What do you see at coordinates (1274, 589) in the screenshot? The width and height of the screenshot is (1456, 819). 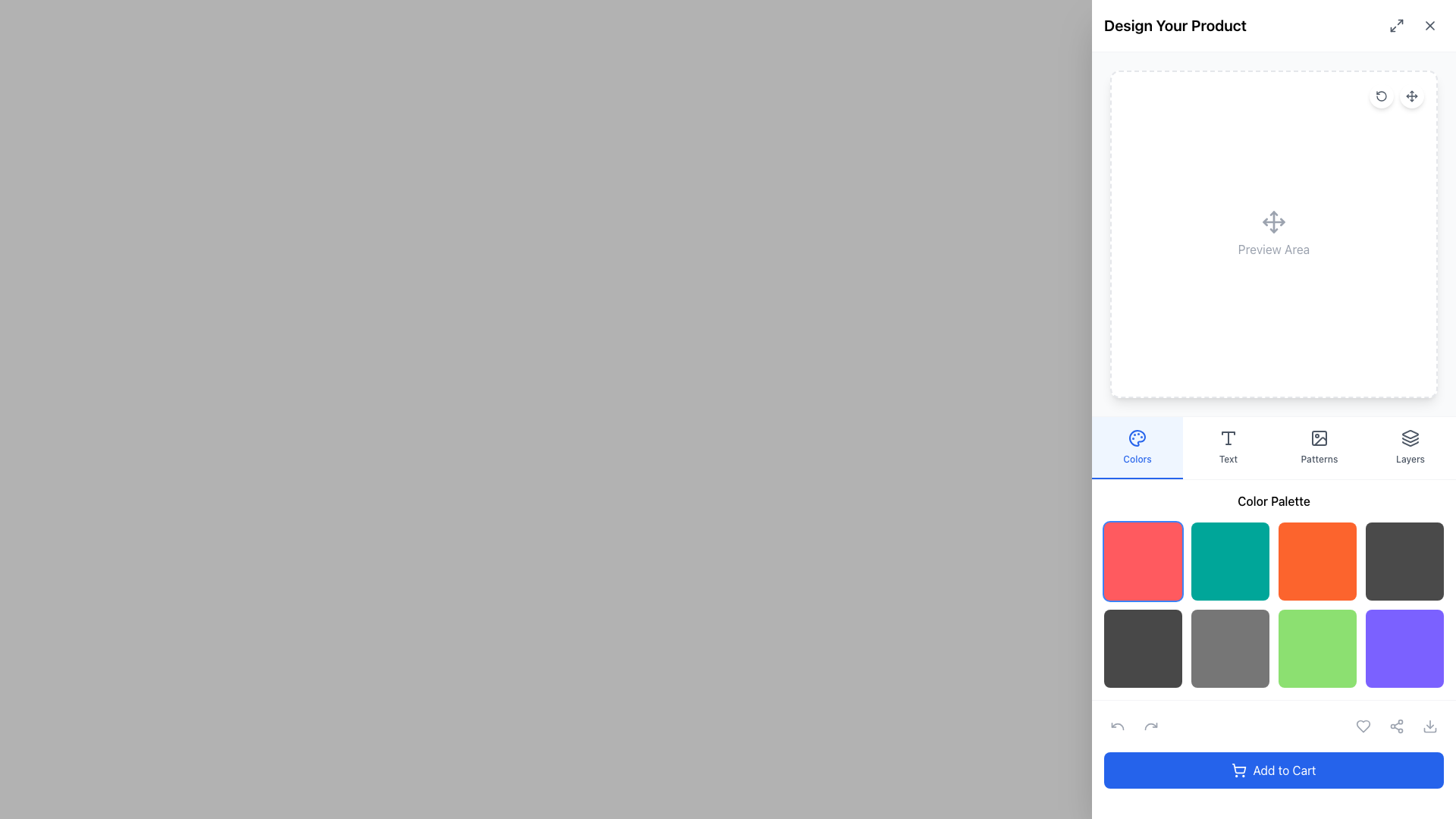 I see `the 'Design Your Product' title in the sidebar, which is located below the 'Preview Area' section and navigation tabs` at bounding box center [1274, 589].